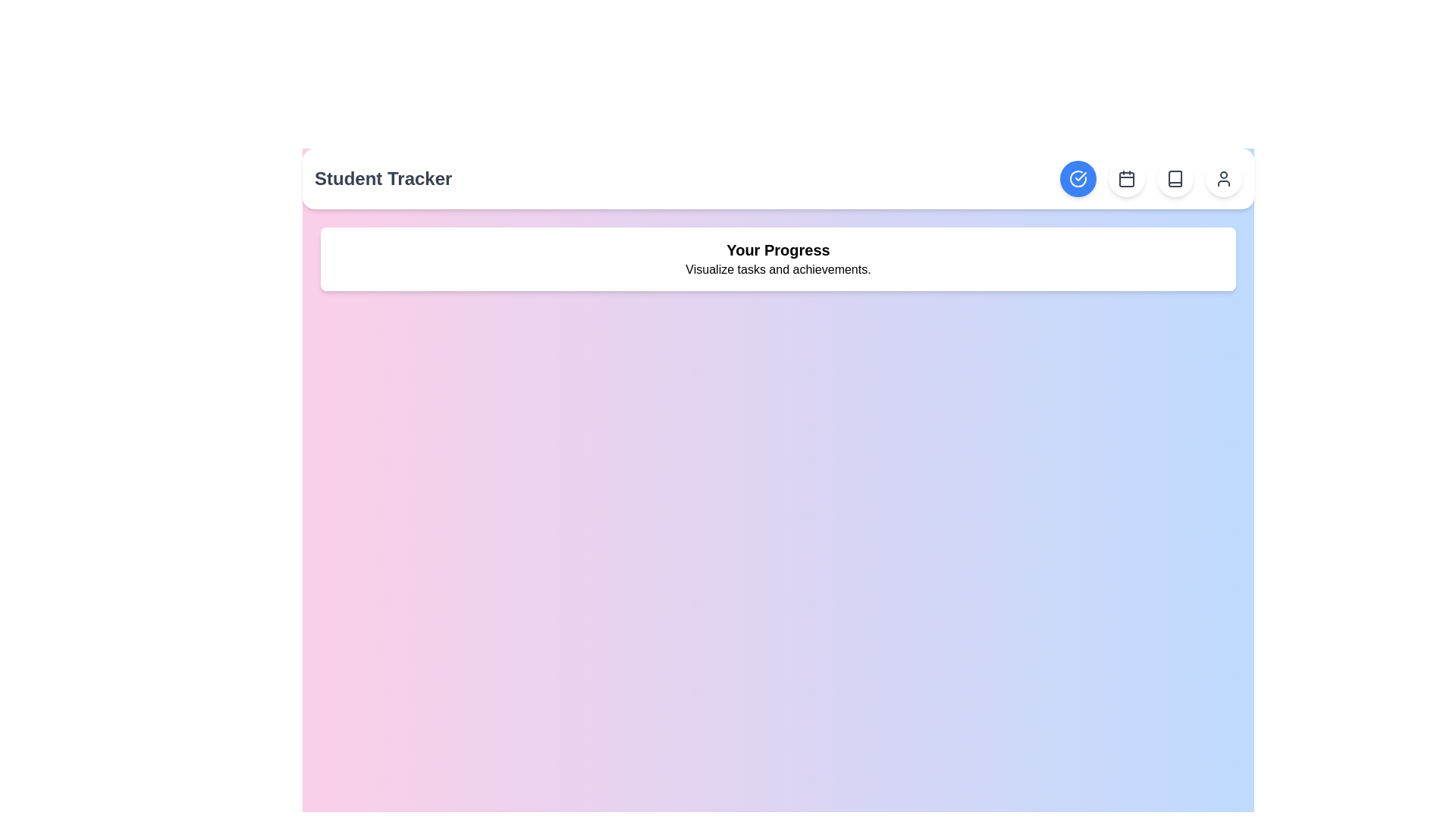 This screenshot has height=819, width=1456. Describe the element at coordinates (1127, 177) in the screenshot. I see `the calendar icon located in the top-right section of the interface, which is the second icon from the left in a circular button` at that location.